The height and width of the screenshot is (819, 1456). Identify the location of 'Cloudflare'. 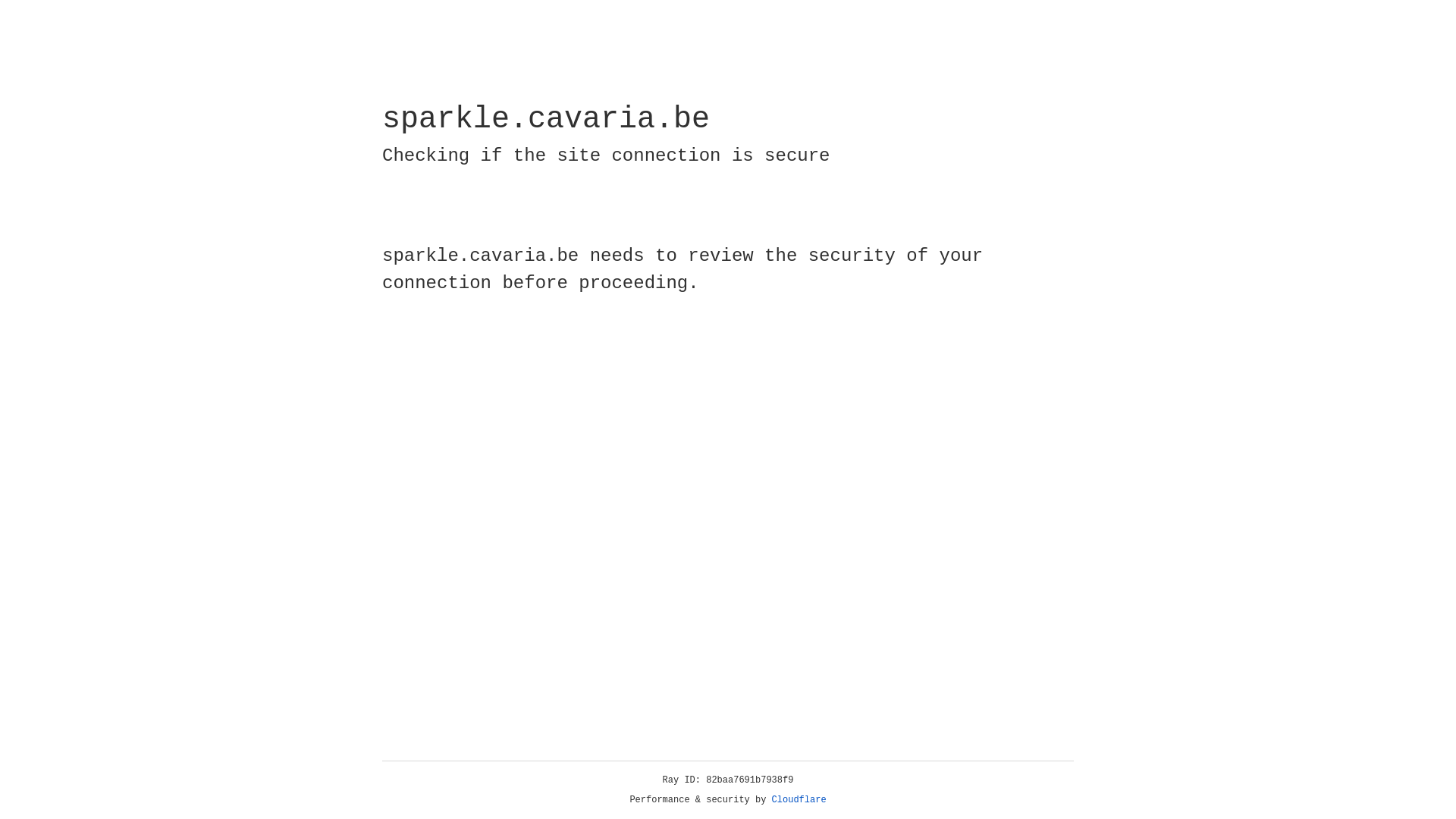
(799, 799).